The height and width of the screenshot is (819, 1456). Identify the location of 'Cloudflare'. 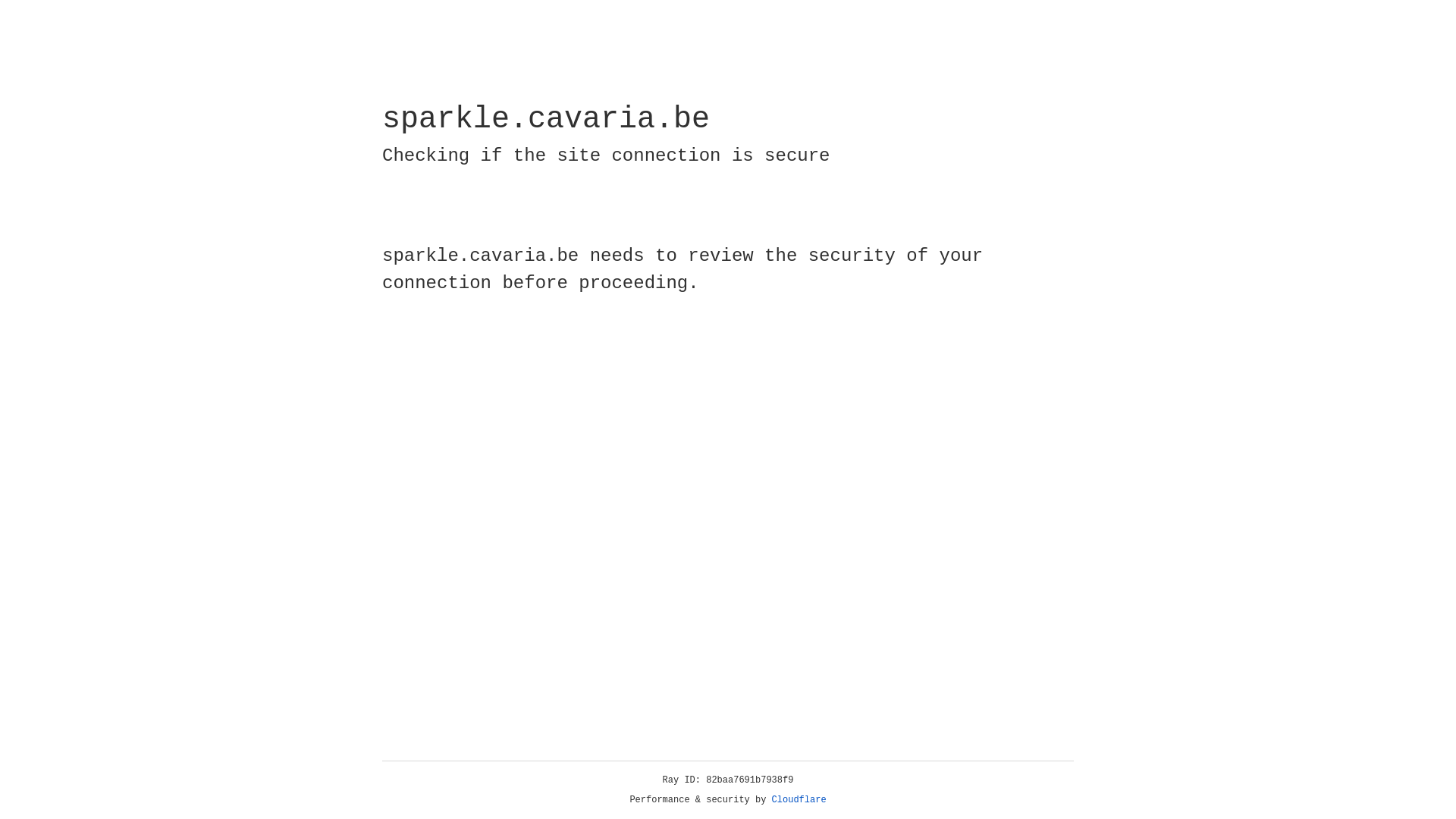
(799, 799).